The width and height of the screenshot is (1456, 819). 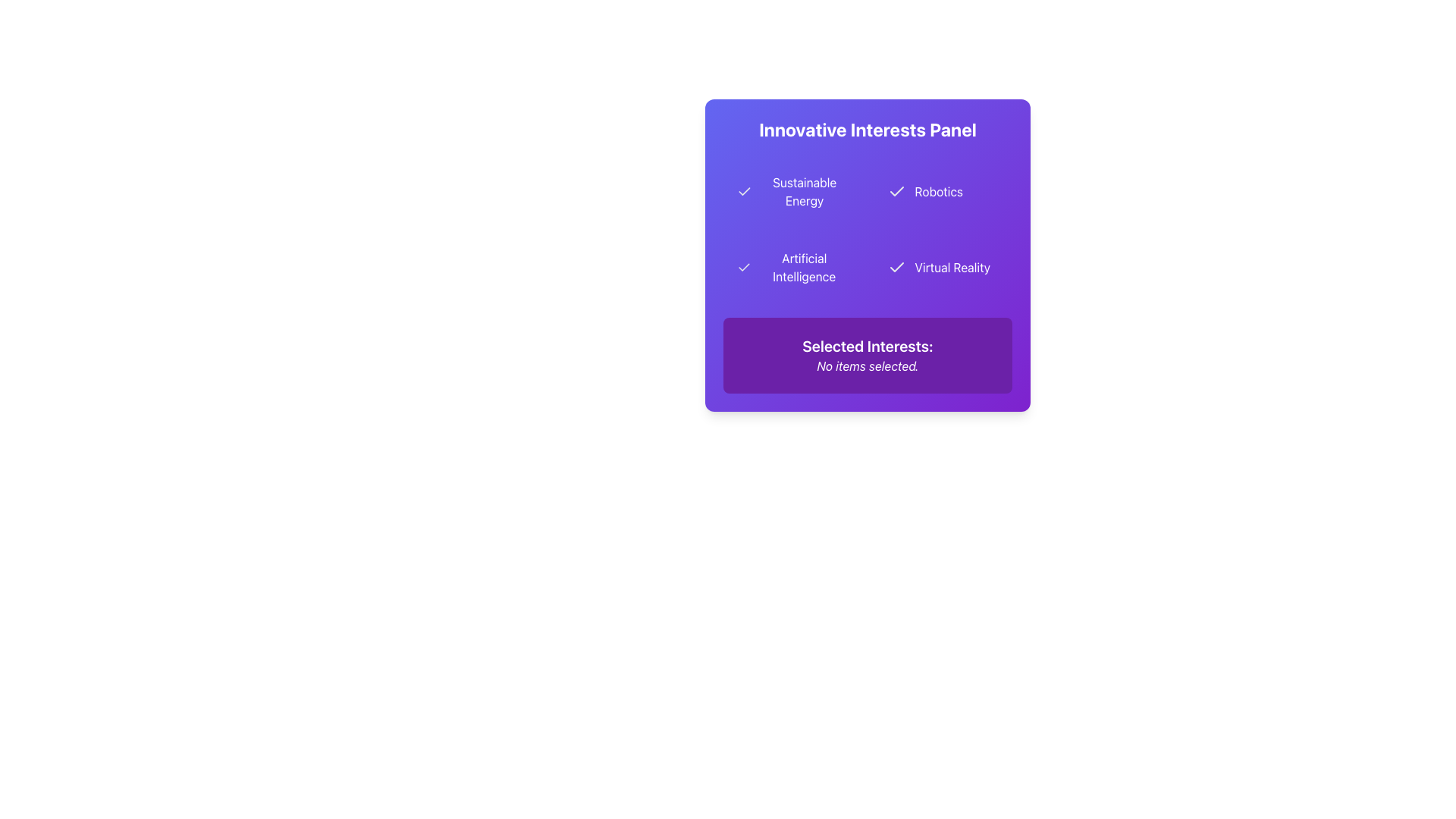 What do you see at coordinates (744, 267) in the screenshot?
I see `the checkmark icon that indicates the selection status of the 'Artificial Intelligence' option in the 'Innovative Interests Panel'` at bounding box center [744, 267].